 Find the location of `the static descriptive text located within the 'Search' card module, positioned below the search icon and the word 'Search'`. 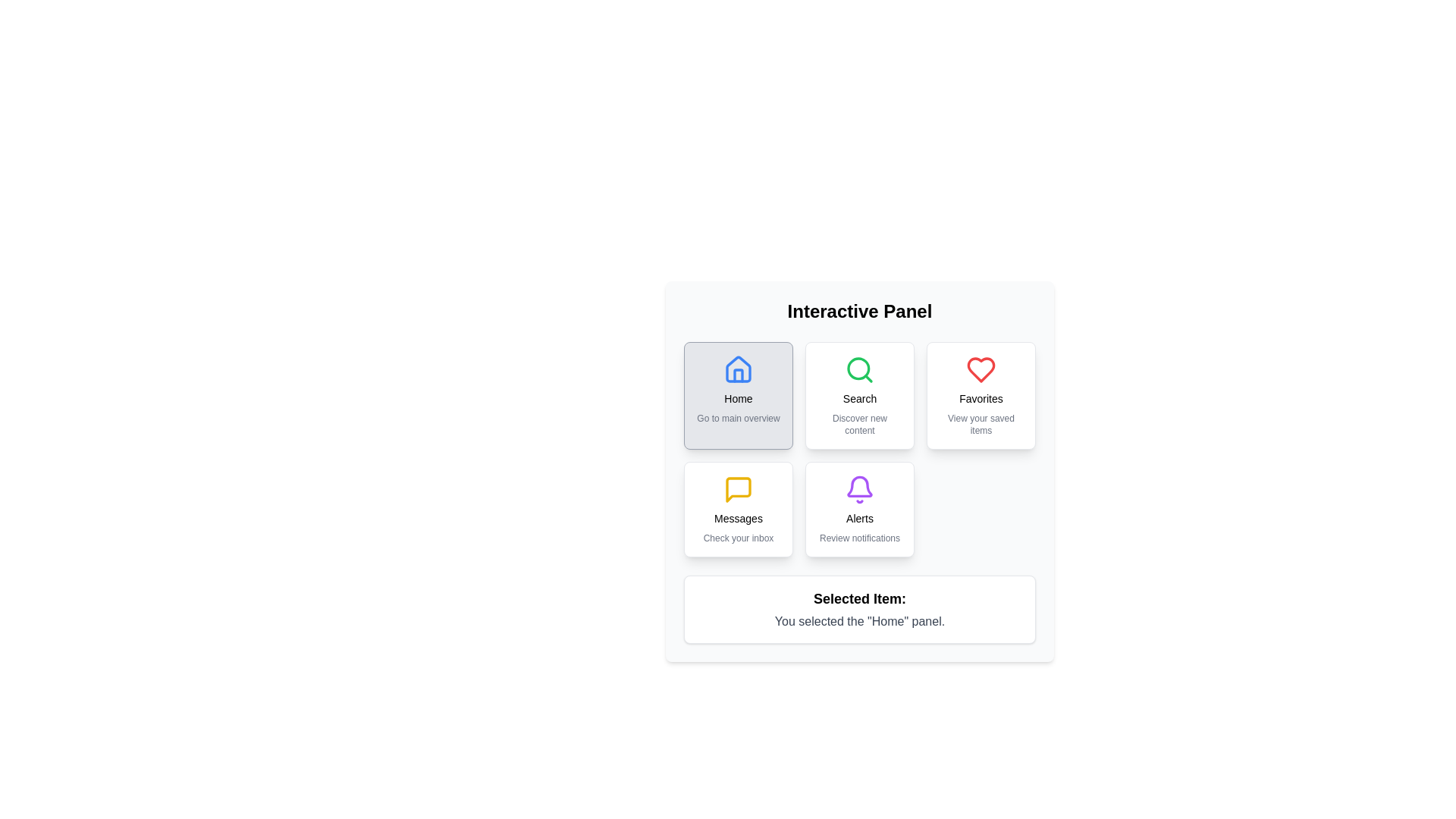

the static descriptive text located within the 'Search' card module, positioned below the search icon and the word 'Search' is located at coordinates (859, 424).